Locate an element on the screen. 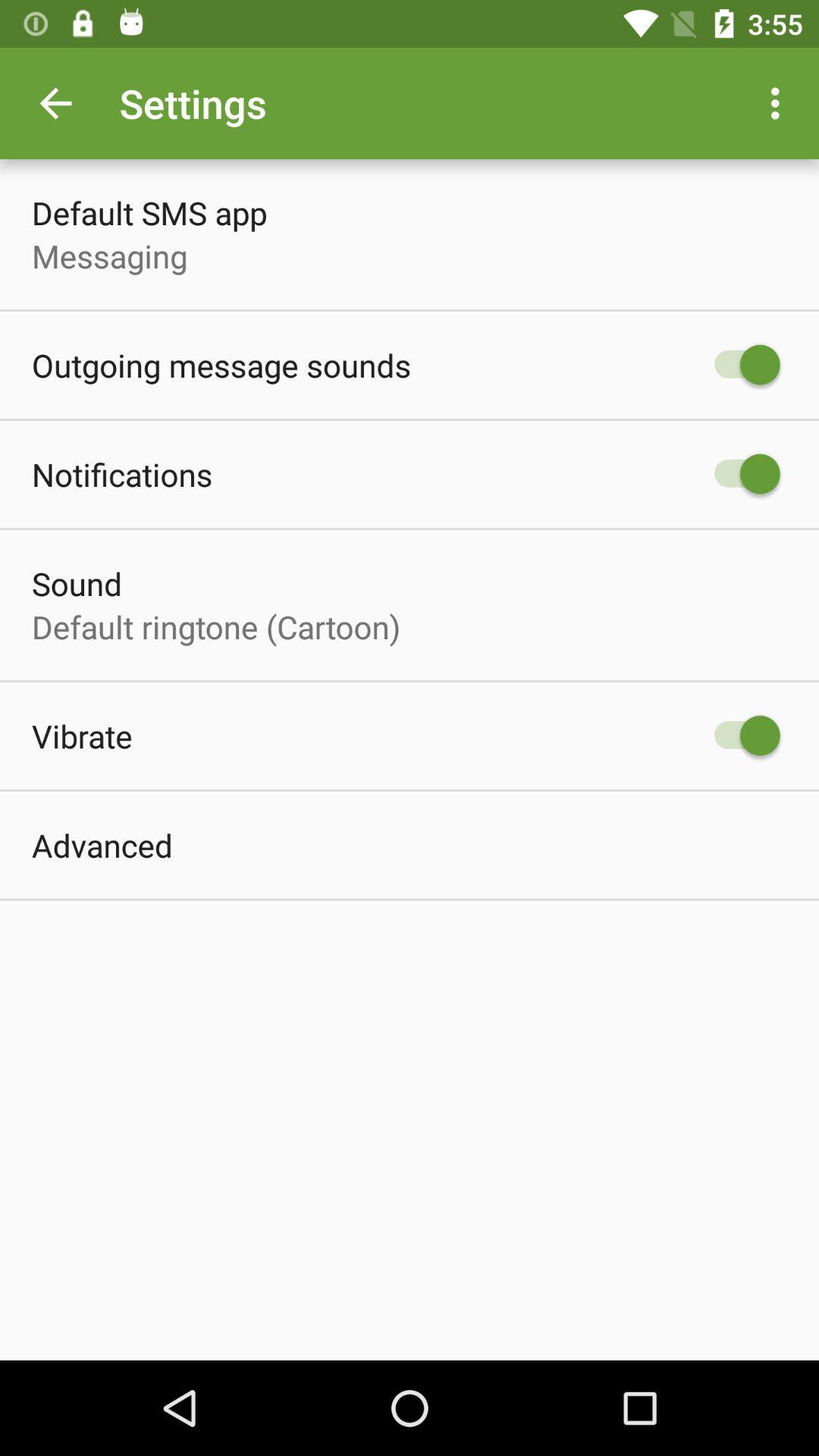 The height and width of the screenshot is (1456, 819). the item below outgoing message sounds item is located at coordinates (121, 473).